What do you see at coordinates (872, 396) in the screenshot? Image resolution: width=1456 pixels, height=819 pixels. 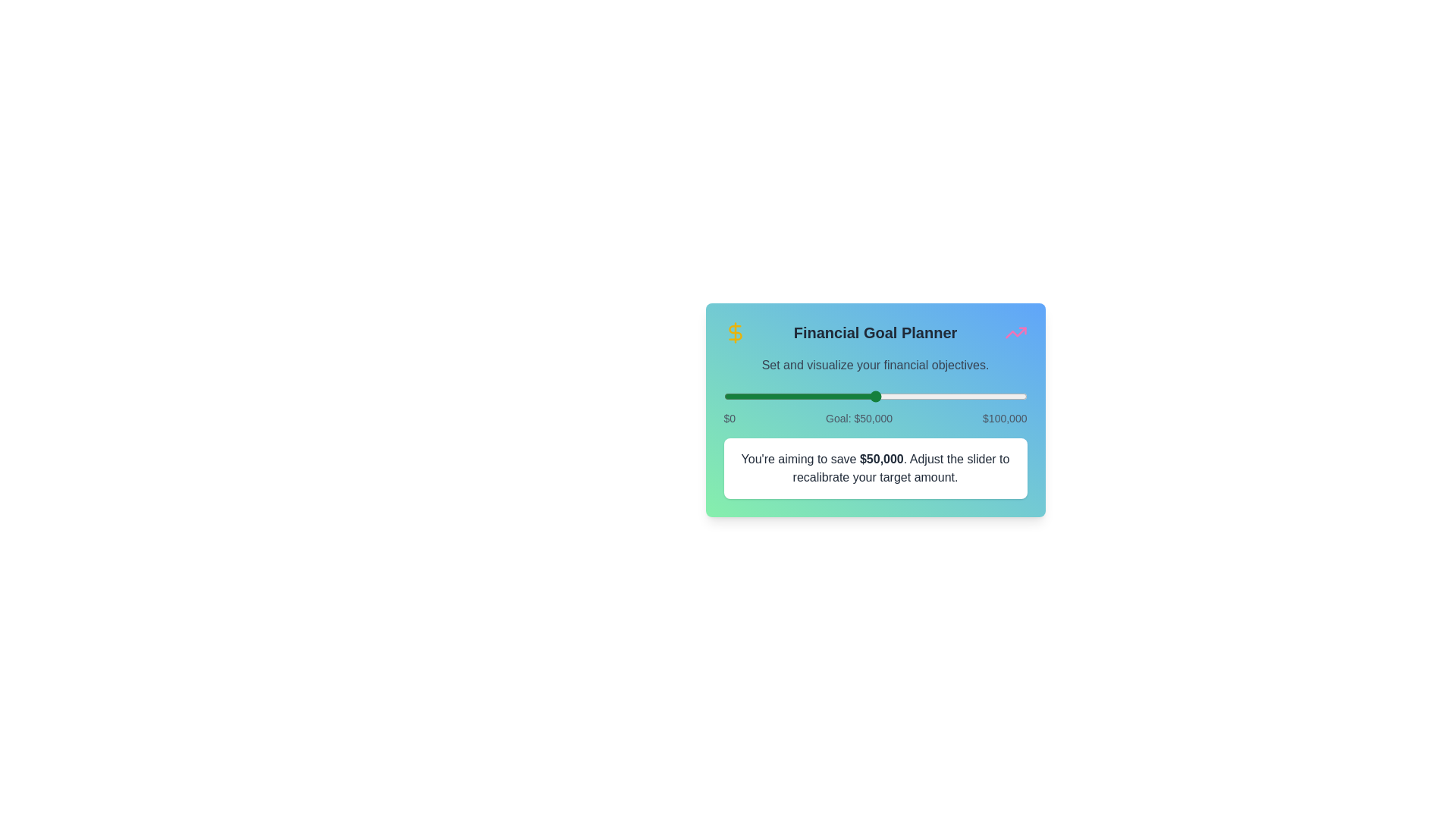 I see `the slider to set the financial goal to 49069 dollars` at bounding box center [872, 396].